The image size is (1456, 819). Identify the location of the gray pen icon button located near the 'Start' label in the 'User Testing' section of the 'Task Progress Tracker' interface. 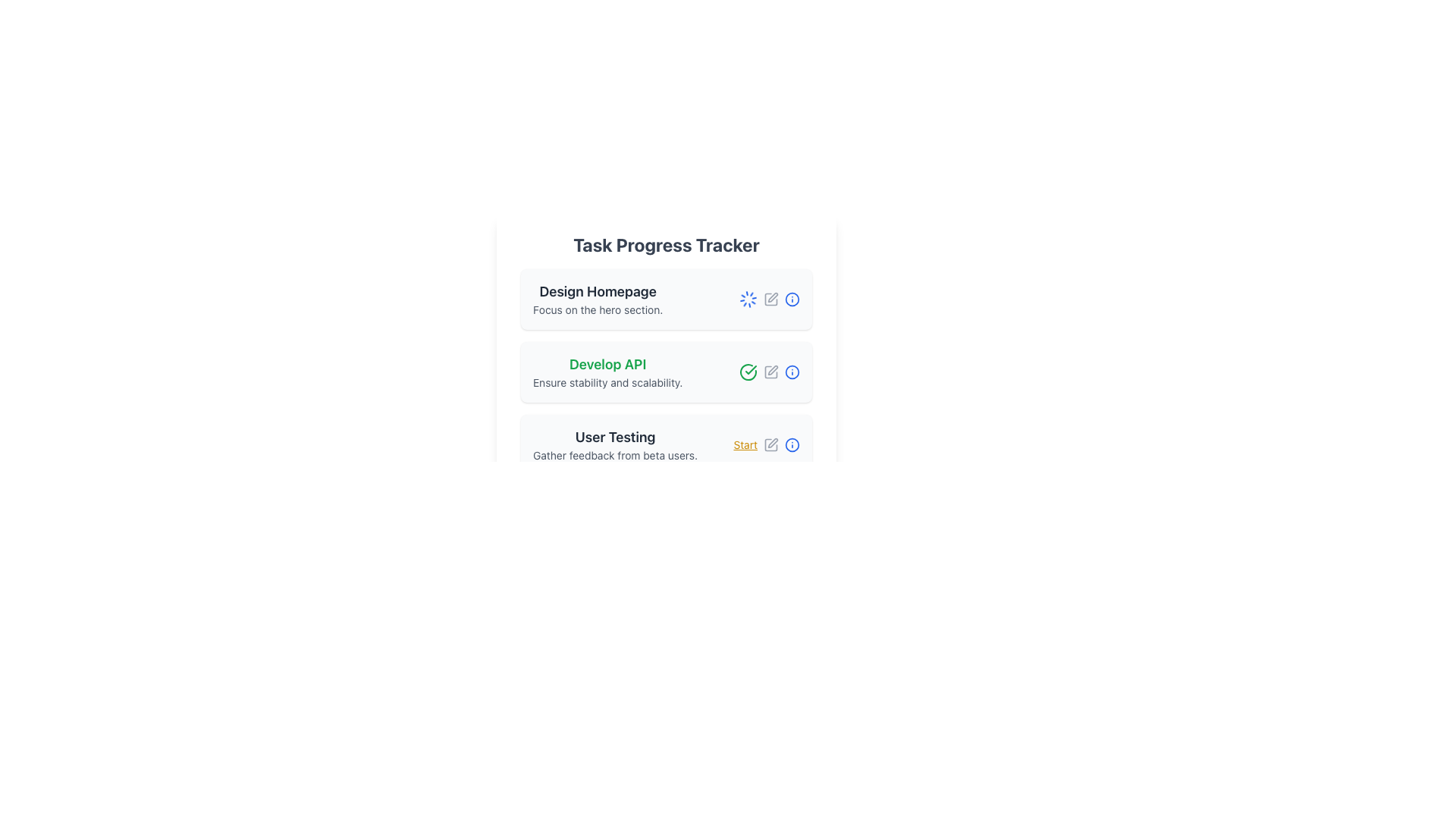
(771, 444).